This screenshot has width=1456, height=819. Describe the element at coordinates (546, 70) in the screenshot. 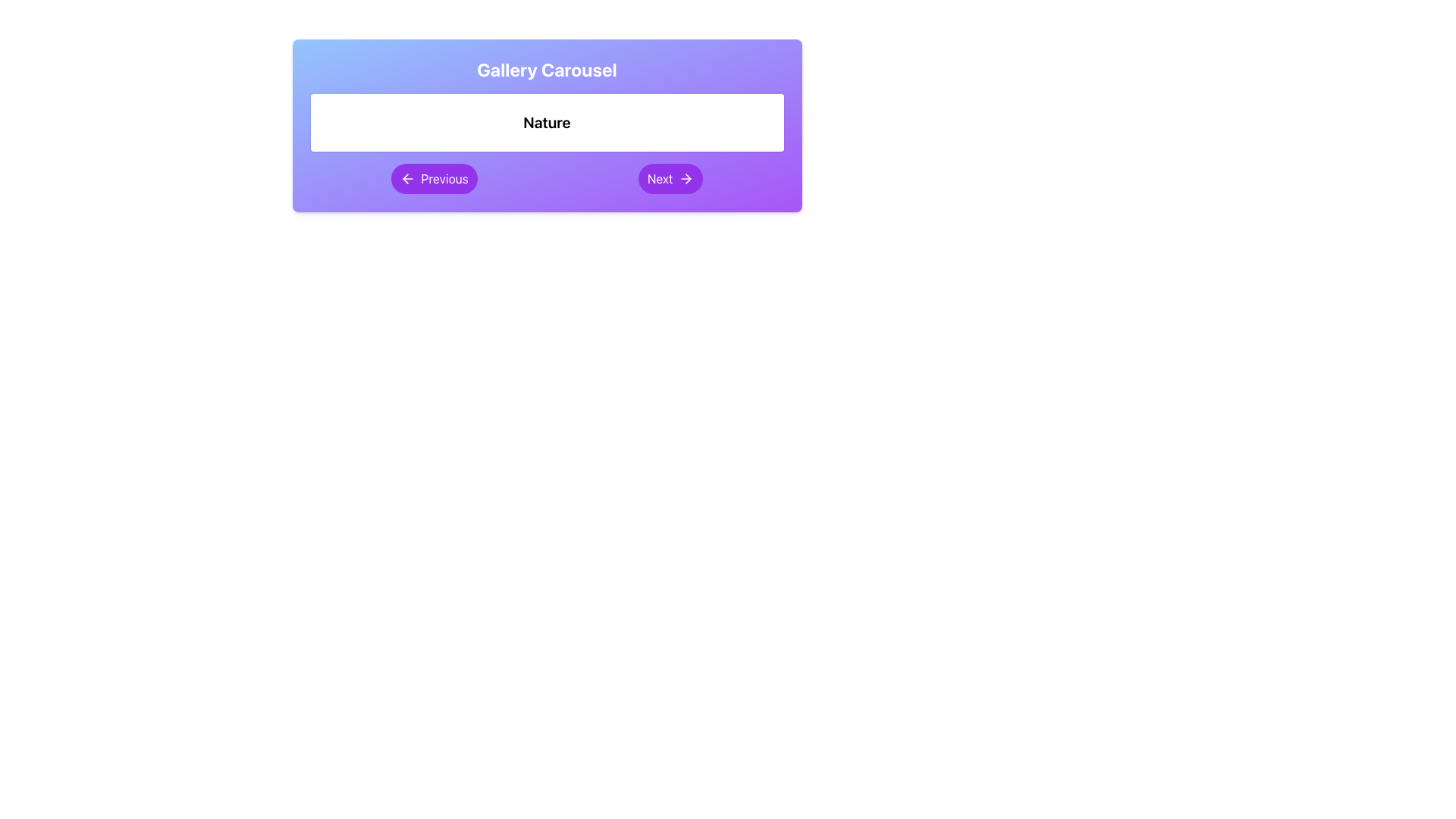

I see `the centered title text that is bold, white, and large, located at the top center of the gradient background section` at that location.